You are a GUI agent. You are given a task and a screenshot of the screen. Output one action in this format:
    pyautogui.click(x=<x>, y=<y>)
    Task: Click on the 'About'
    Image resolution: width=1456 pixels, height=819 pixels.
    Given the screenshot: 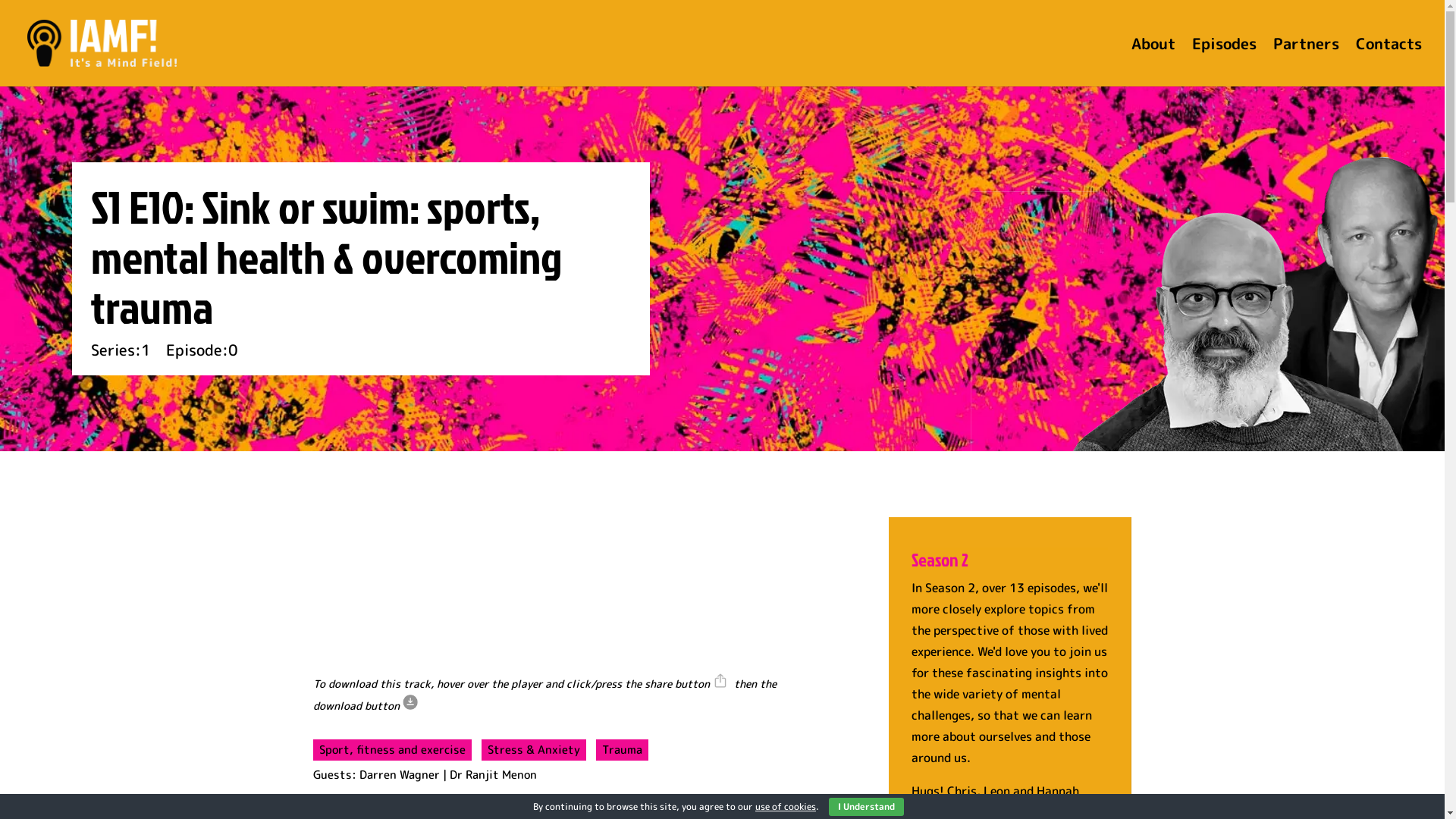 What is the action you would take?
    pyautogui.click(x=1153, y=61)
    